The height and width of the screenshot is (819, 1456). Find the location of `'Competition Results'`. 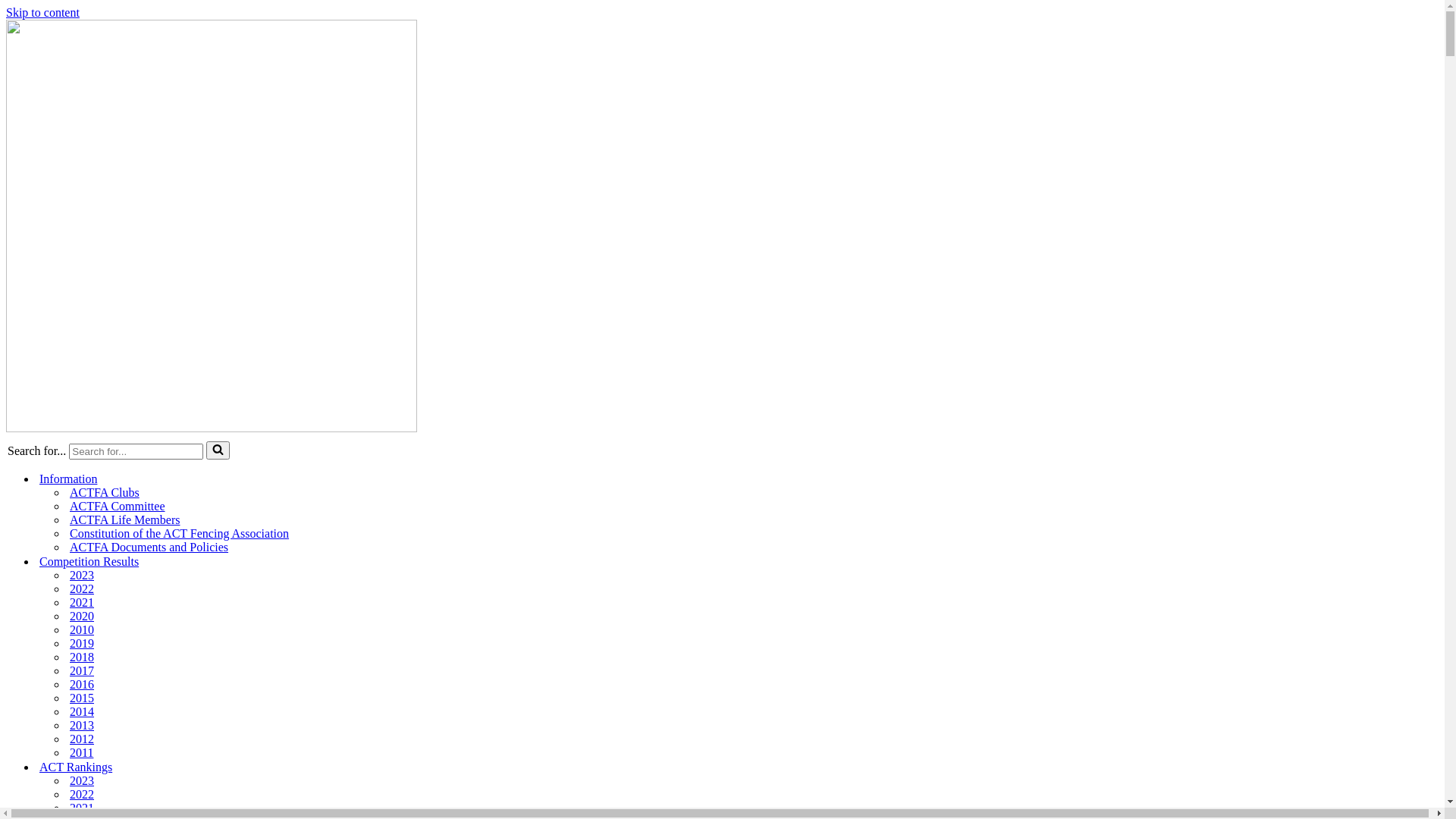

'Competition Results' is located at coordinates (39, 561).